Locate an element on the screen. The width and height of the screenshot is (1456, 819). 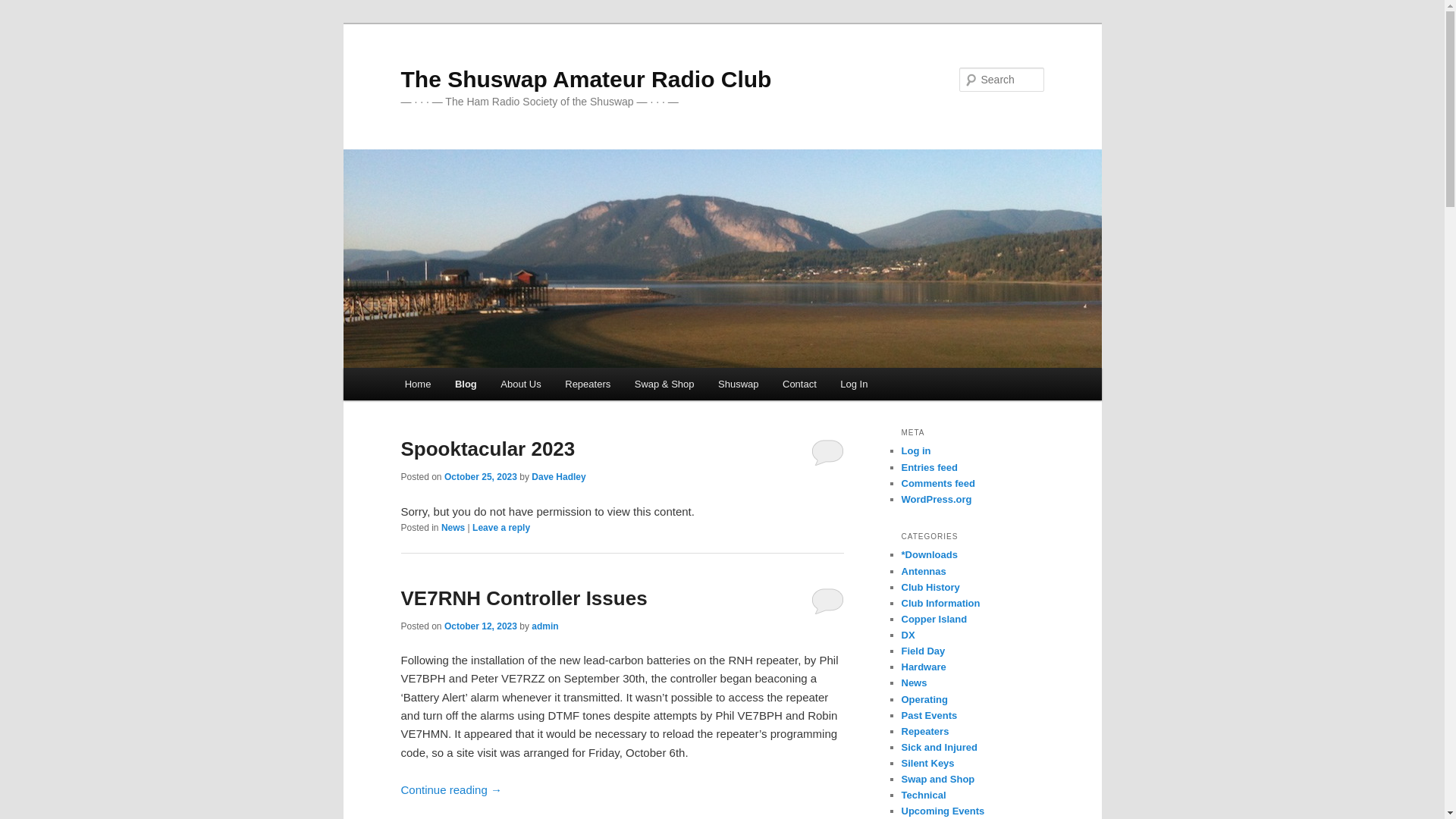
'Field Day' is located at coordinates (922, 650).